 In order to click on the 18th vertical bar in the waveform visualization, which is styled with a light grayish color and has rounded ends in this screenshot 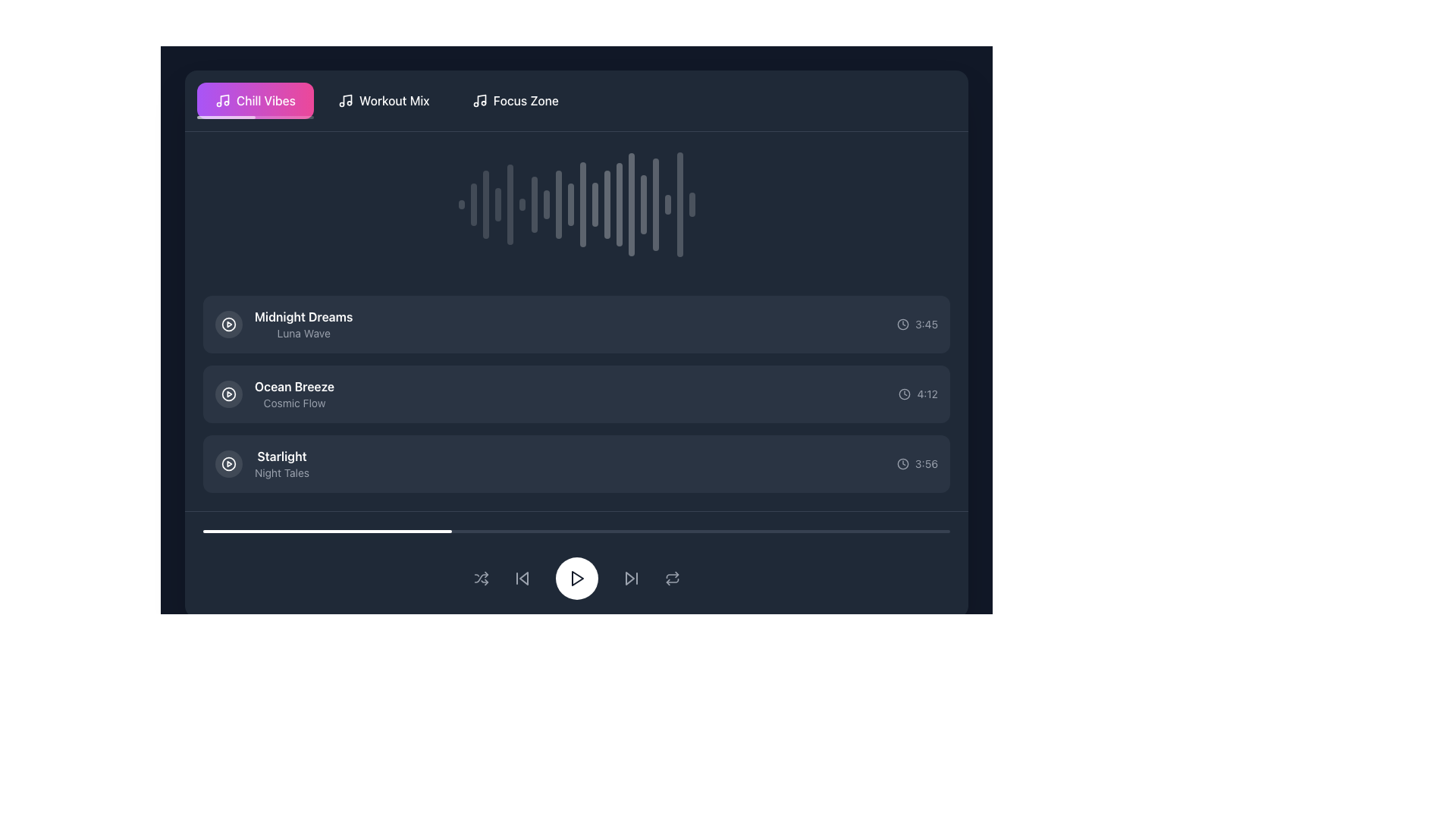, I will do `click(667, 205)`.